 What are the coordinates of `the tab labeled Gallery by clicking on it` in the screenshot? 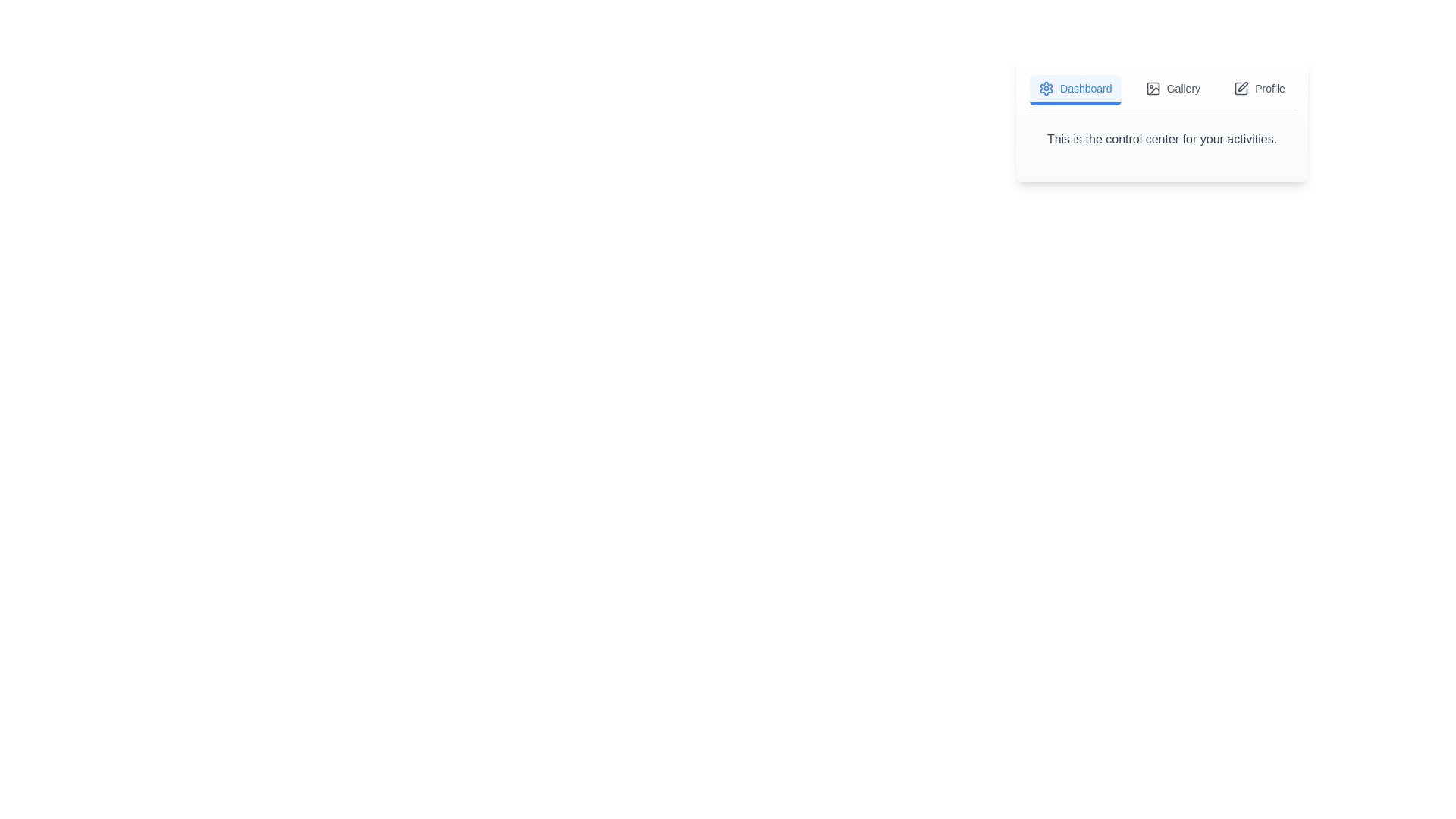 It's located at (1171, 90).